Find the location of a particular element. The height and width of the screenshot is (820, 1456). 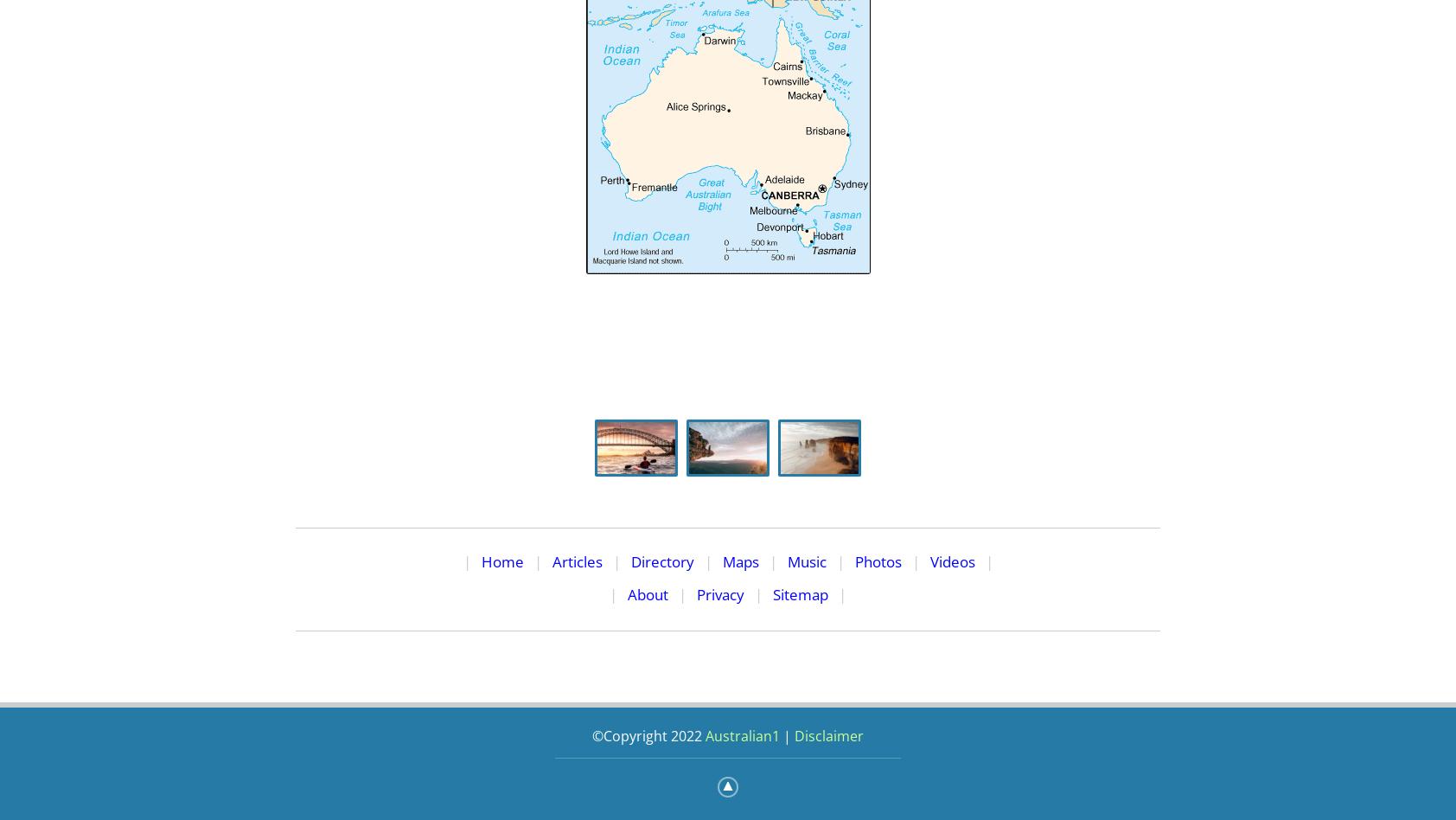

'Sitemap' is located at coordinates (800, 593).